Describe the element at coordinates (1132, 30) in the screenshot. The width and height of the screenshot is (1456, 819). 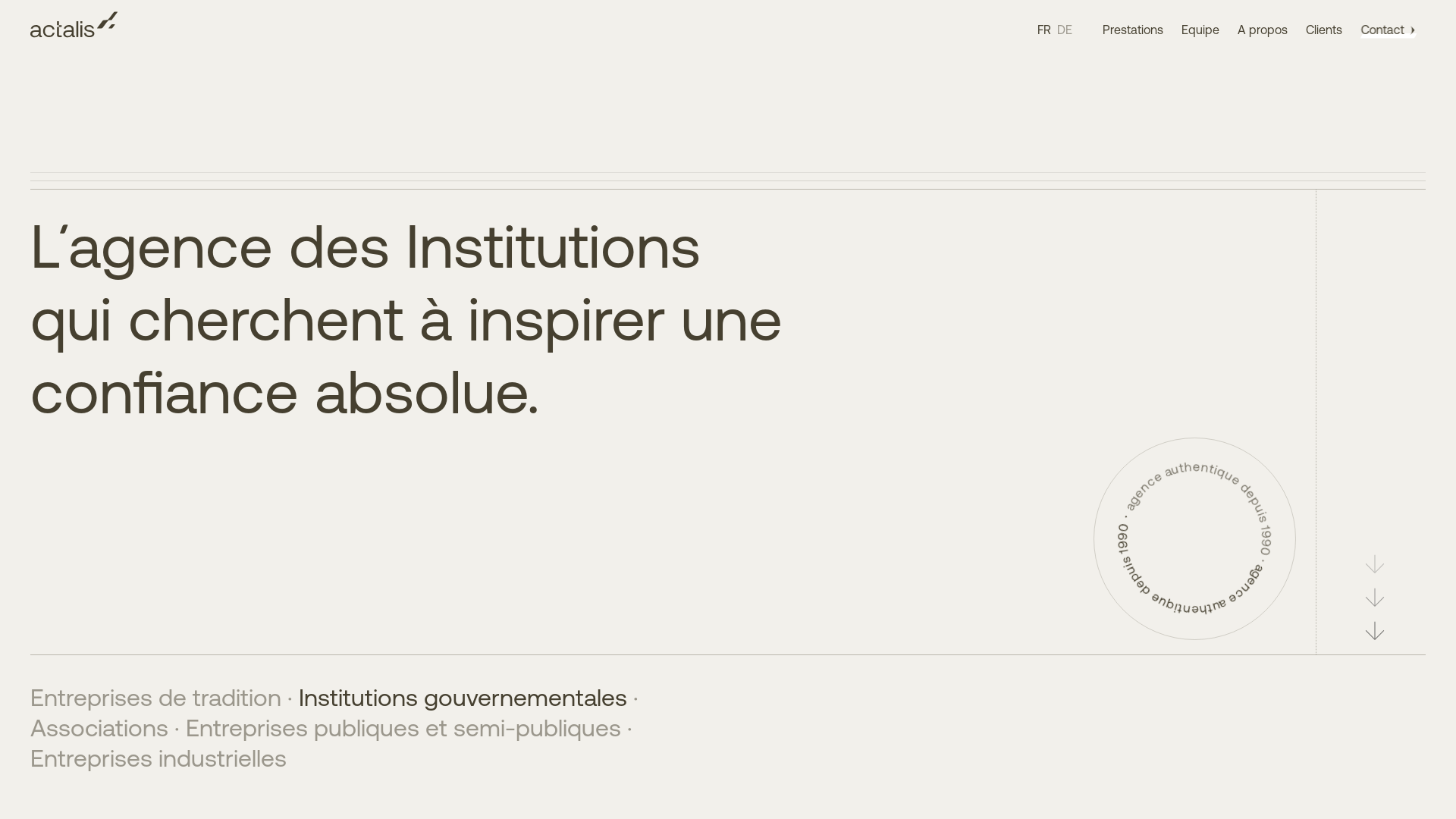
I see `'Prestations'` at that location.